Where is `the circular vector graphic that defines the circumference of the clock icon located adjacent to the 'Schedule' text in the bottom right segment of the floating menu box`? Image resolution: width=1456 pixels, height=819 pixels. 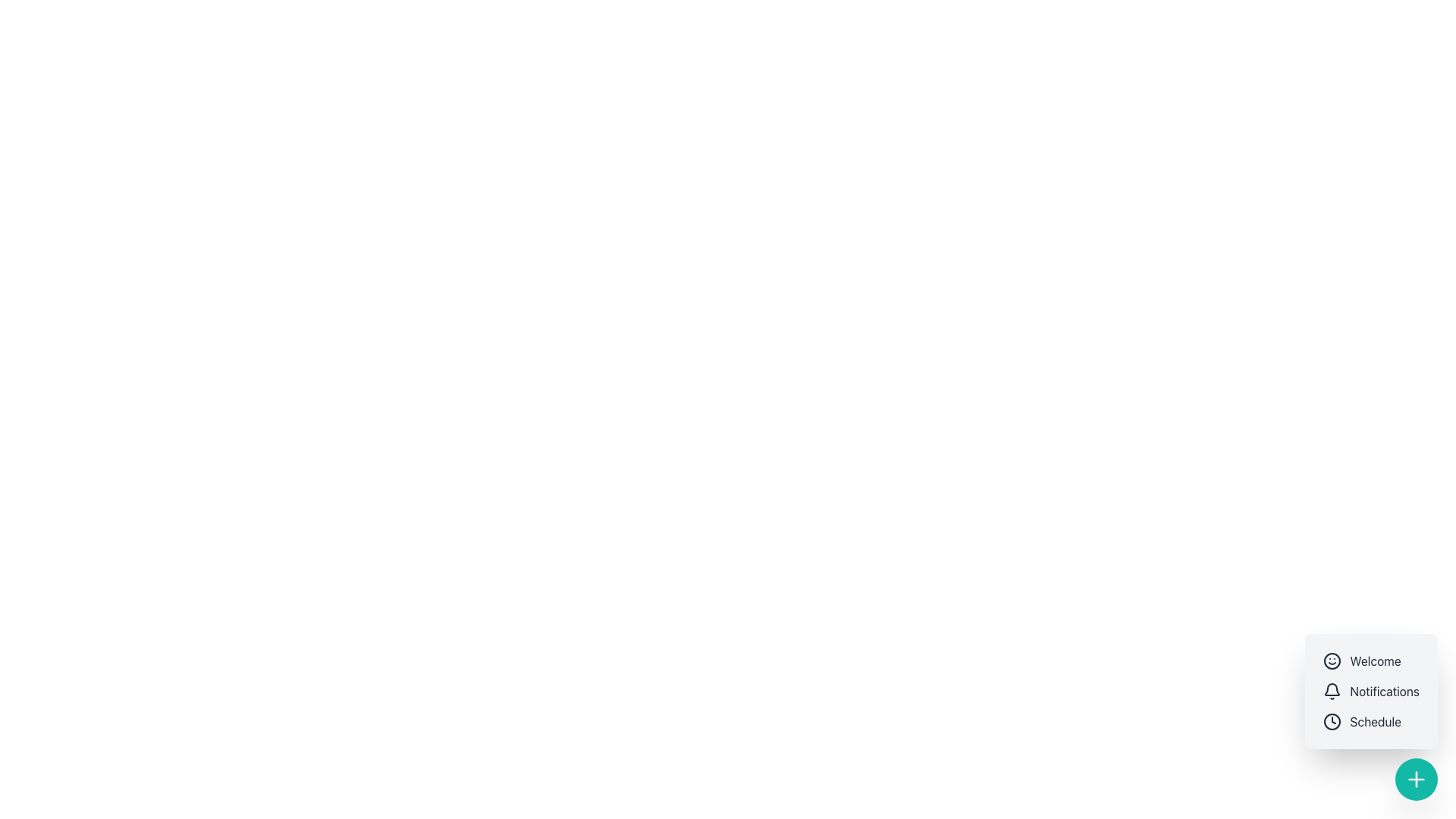
the circular vector graphic that defines the circumference of the clock icon located adjacent to the 'Schedule' text in the bottom right segment of the floating menu box is located at coordinates (1331, 721).